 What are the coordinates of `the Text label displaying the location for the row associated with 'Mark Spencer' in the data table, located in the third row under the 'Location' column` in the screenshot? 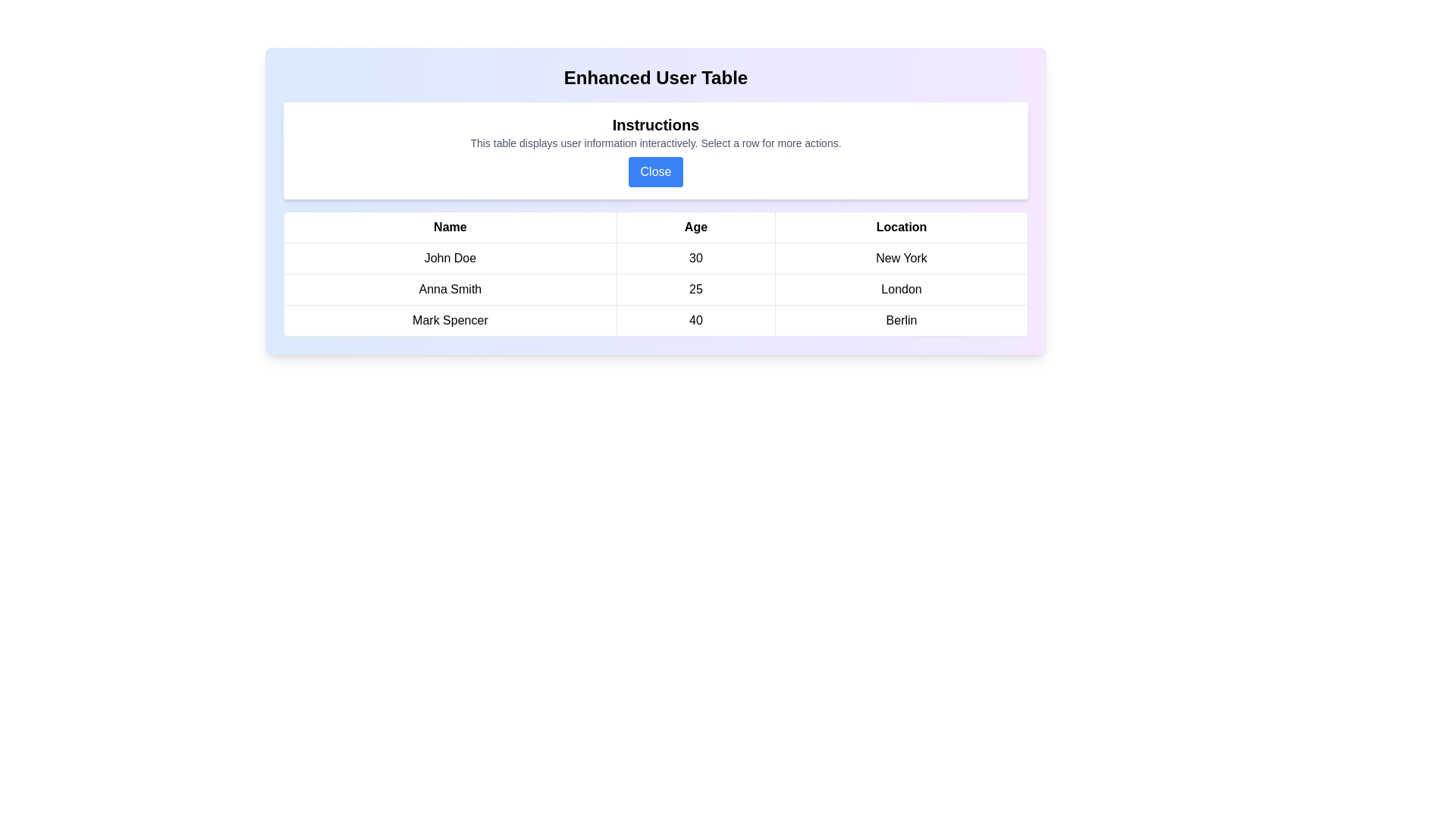 It's located at (902, 320).